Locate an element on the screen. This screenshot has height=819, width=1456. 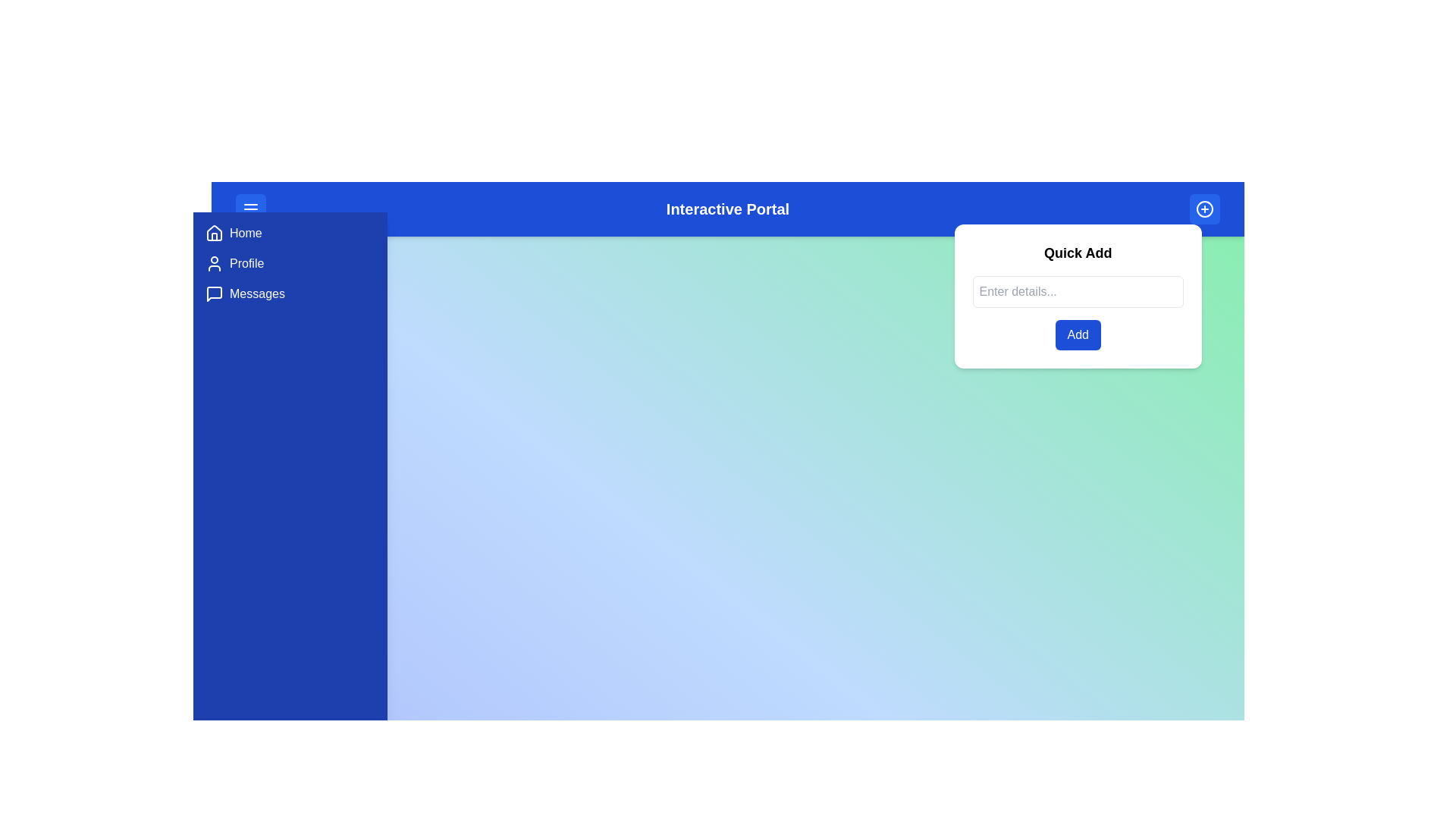
the Home item from the side navigation menu is located at coordinates (290, 234).